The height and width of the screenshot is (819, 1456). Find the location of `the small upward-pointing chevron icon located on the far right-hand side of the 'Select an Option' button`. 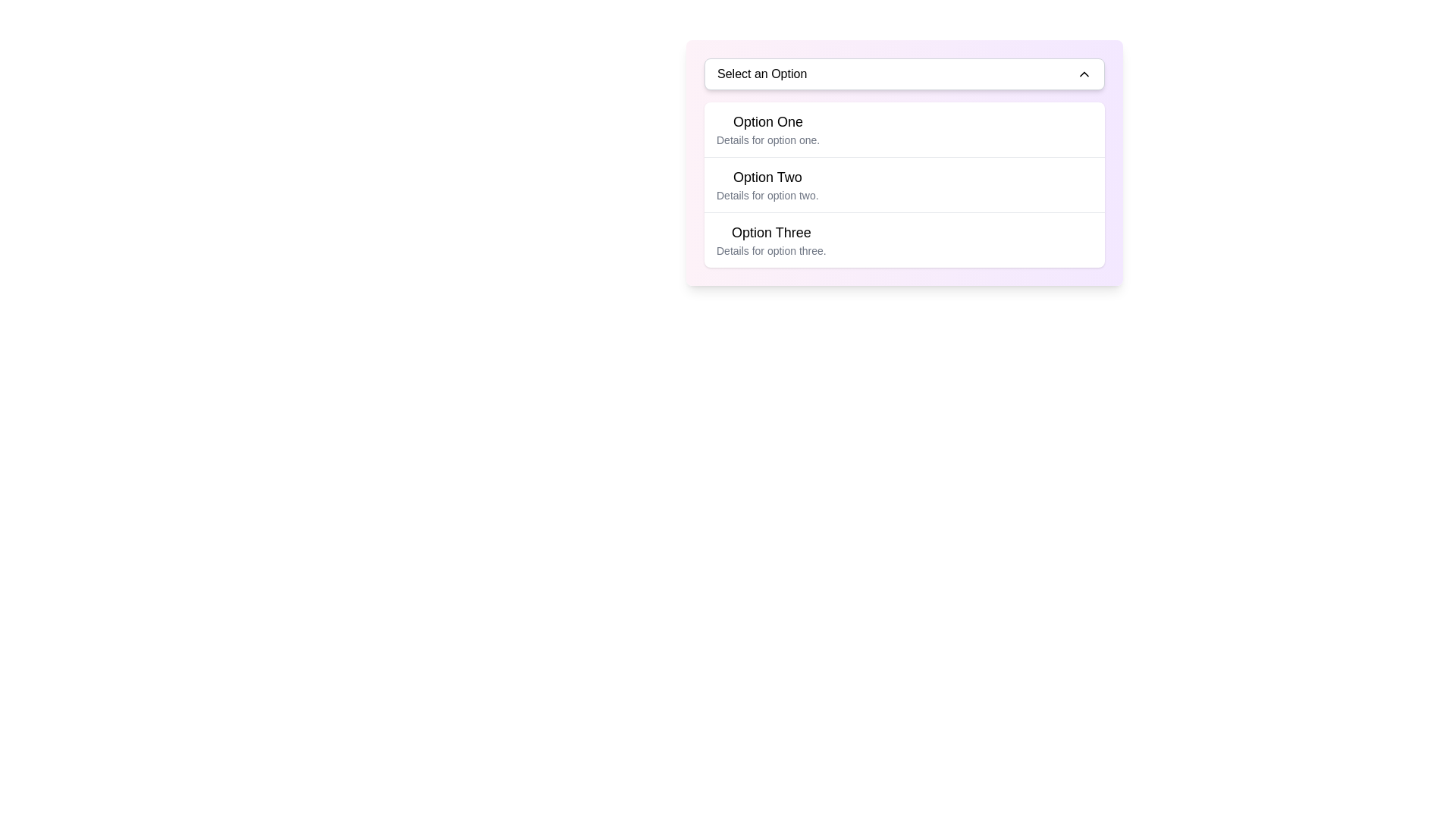

the small upward-pointing chevron icon located on the far right-hand side of the 'Select an Option' button is located at coordinates (1084, 74).